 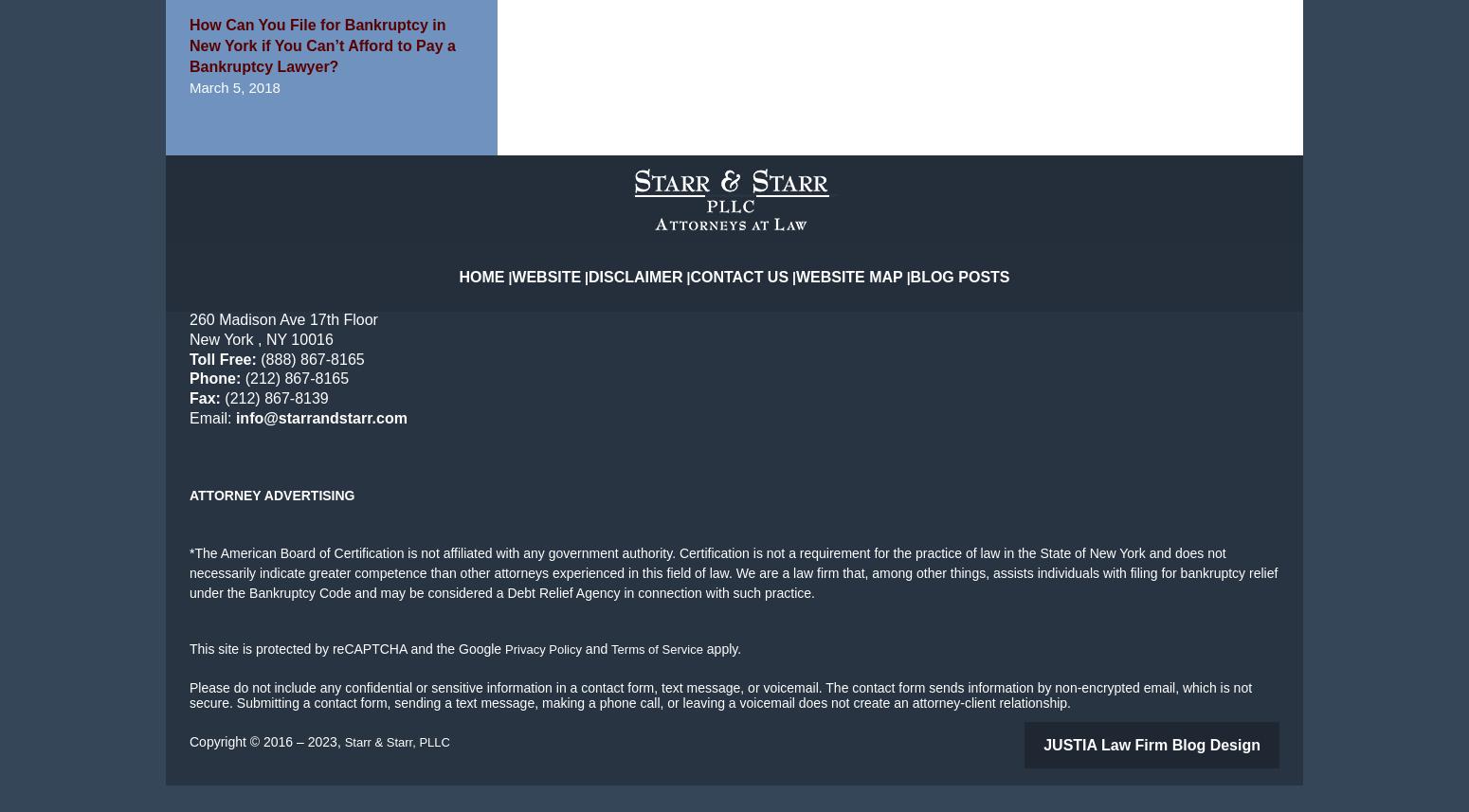 I want to click on '260 Madison Ave', so click(x=249, y=348).